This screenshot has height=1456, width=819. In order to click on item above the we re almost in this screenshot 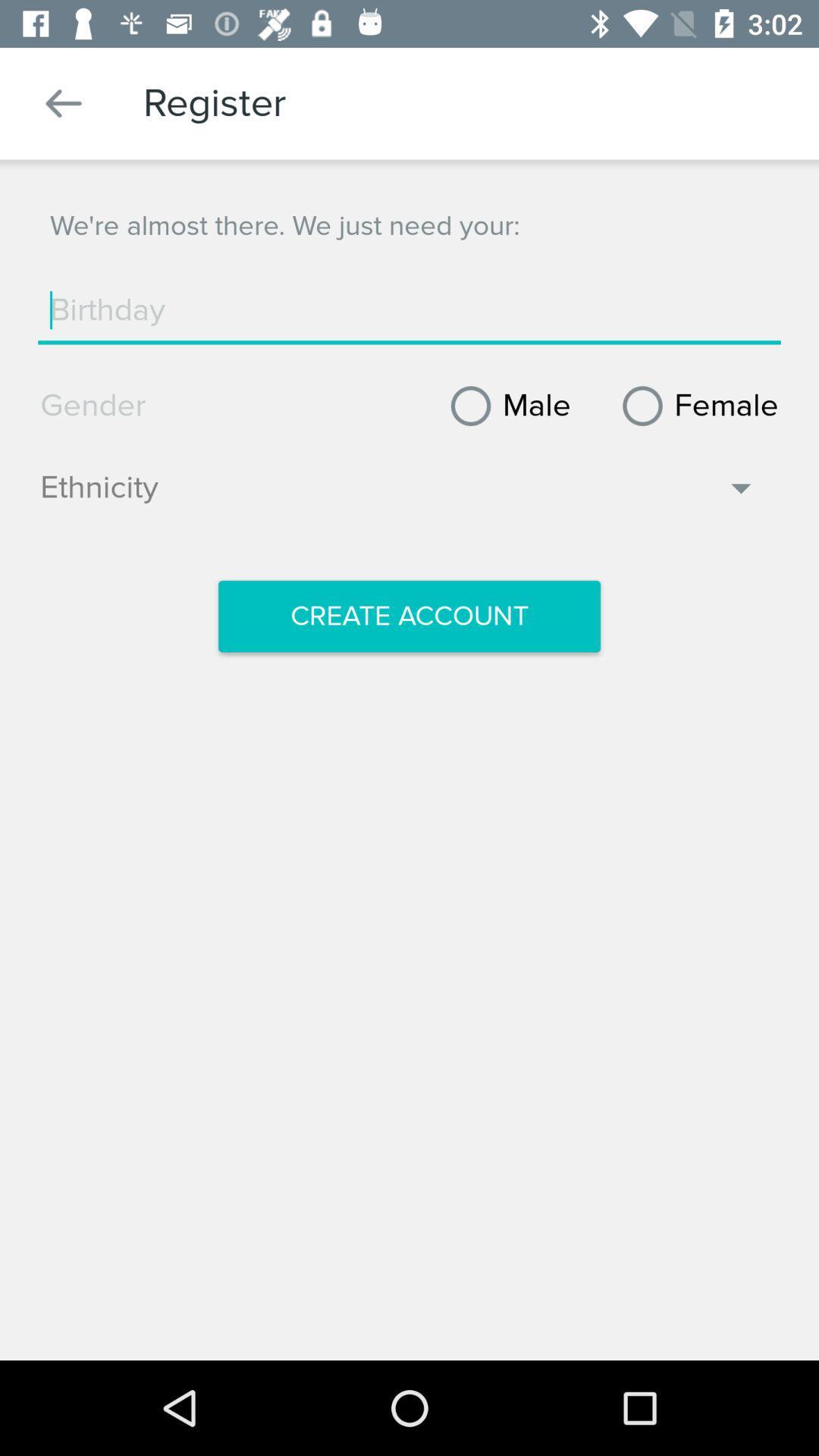, I will do `click(63, 102)`.